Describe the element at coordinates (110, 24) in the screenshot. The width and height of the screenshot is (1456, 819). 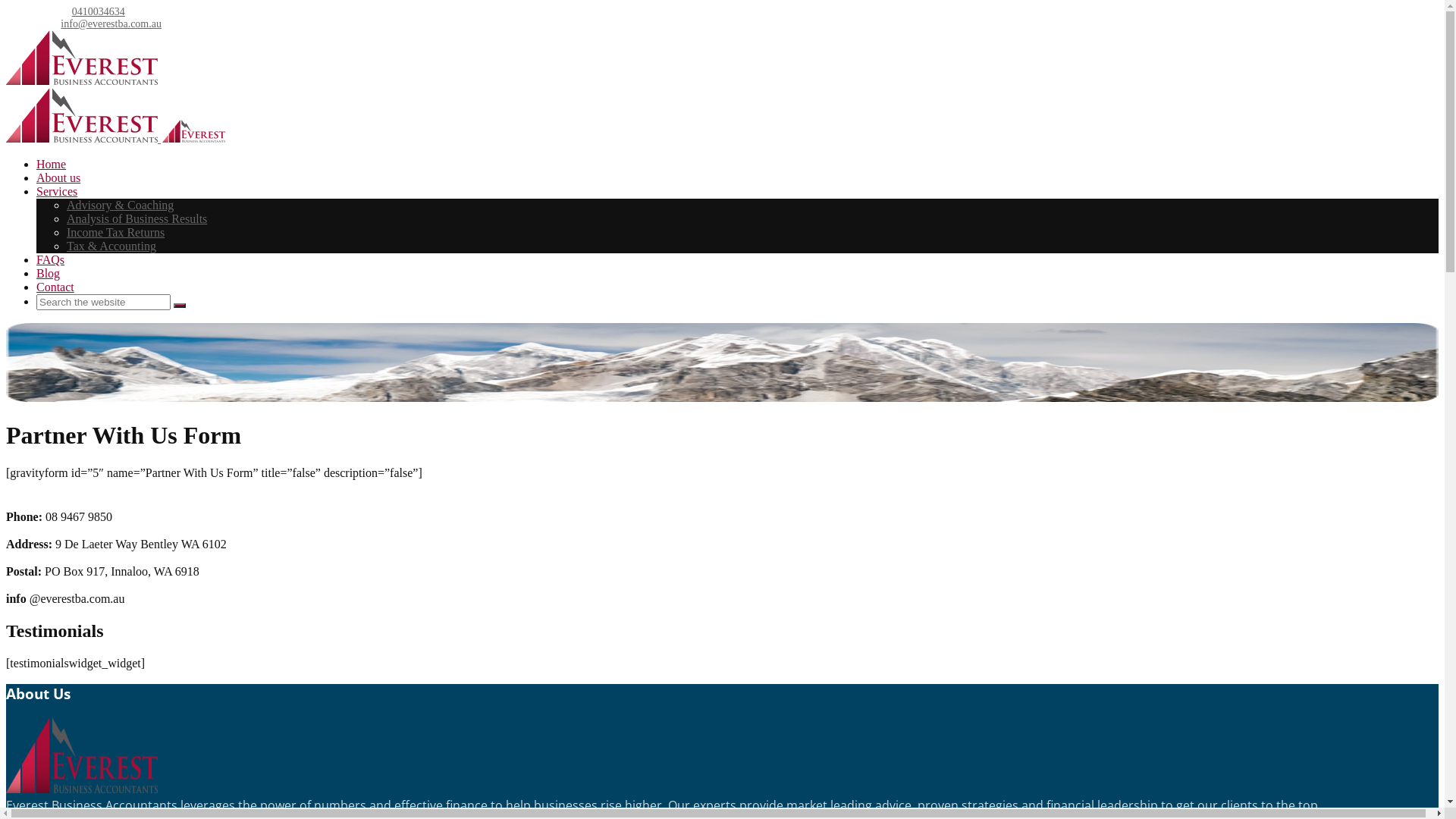
I see `'info@everestba.com.au'` at that location.